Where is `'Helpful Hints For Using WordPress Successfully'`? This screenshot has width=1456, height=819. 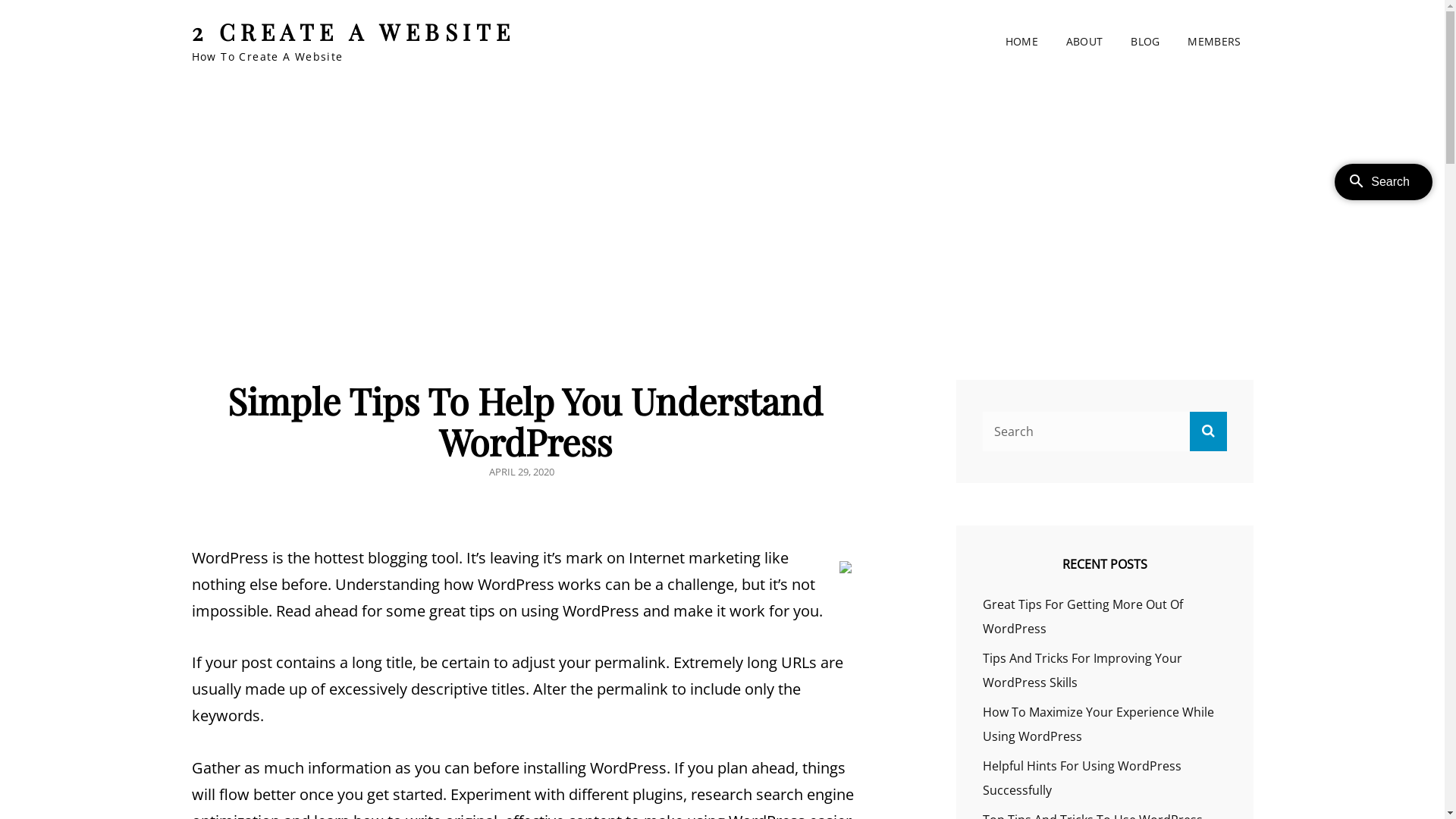 'Helpful Hints For Using WordPress Successfully' is located at coordinates (1081, 778).